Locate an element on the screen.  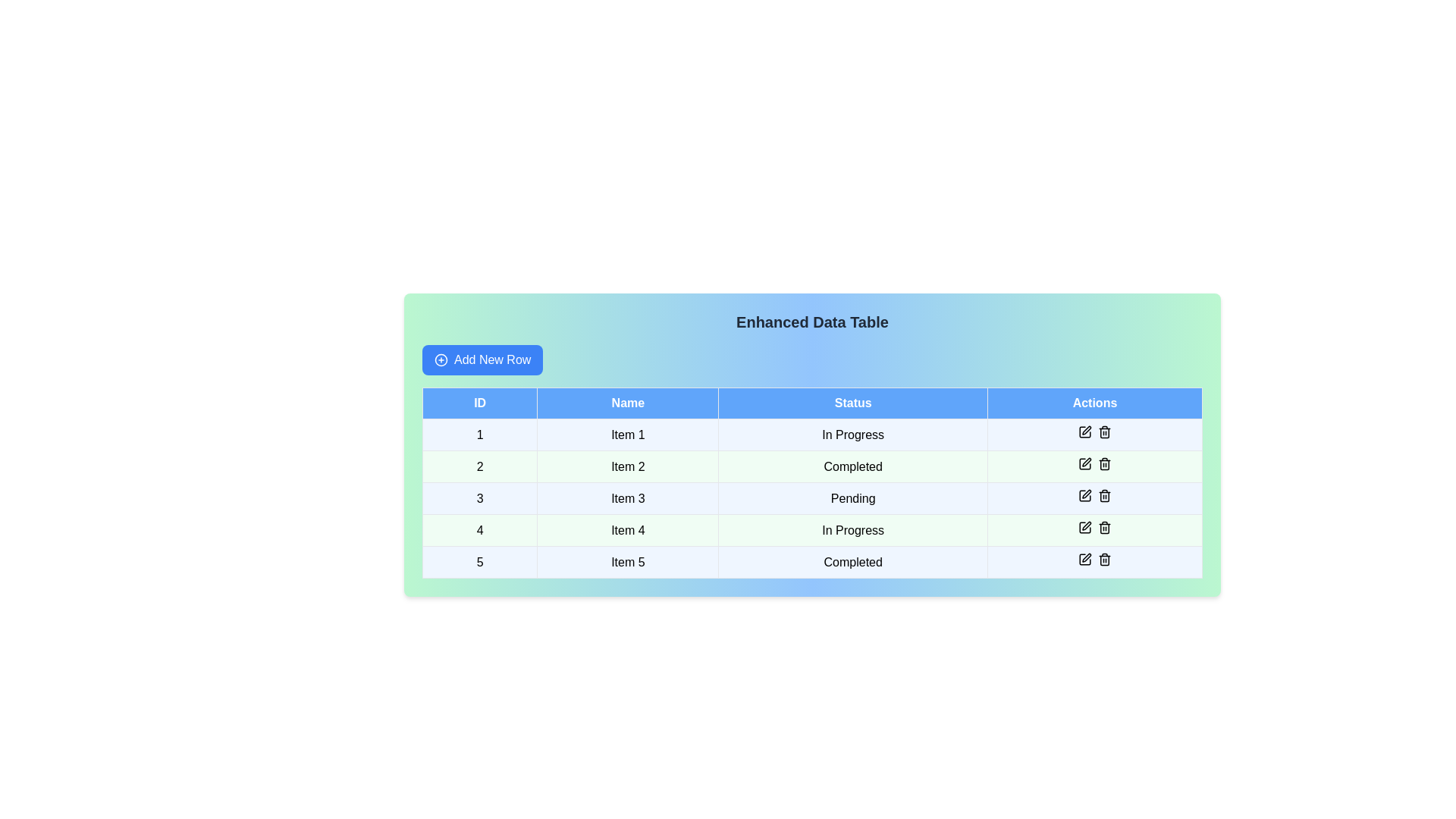
the text label 'Item 5' in the middle cell of the fifth row in the table, located in the 'Name' column is located at coordinates (628, 562).